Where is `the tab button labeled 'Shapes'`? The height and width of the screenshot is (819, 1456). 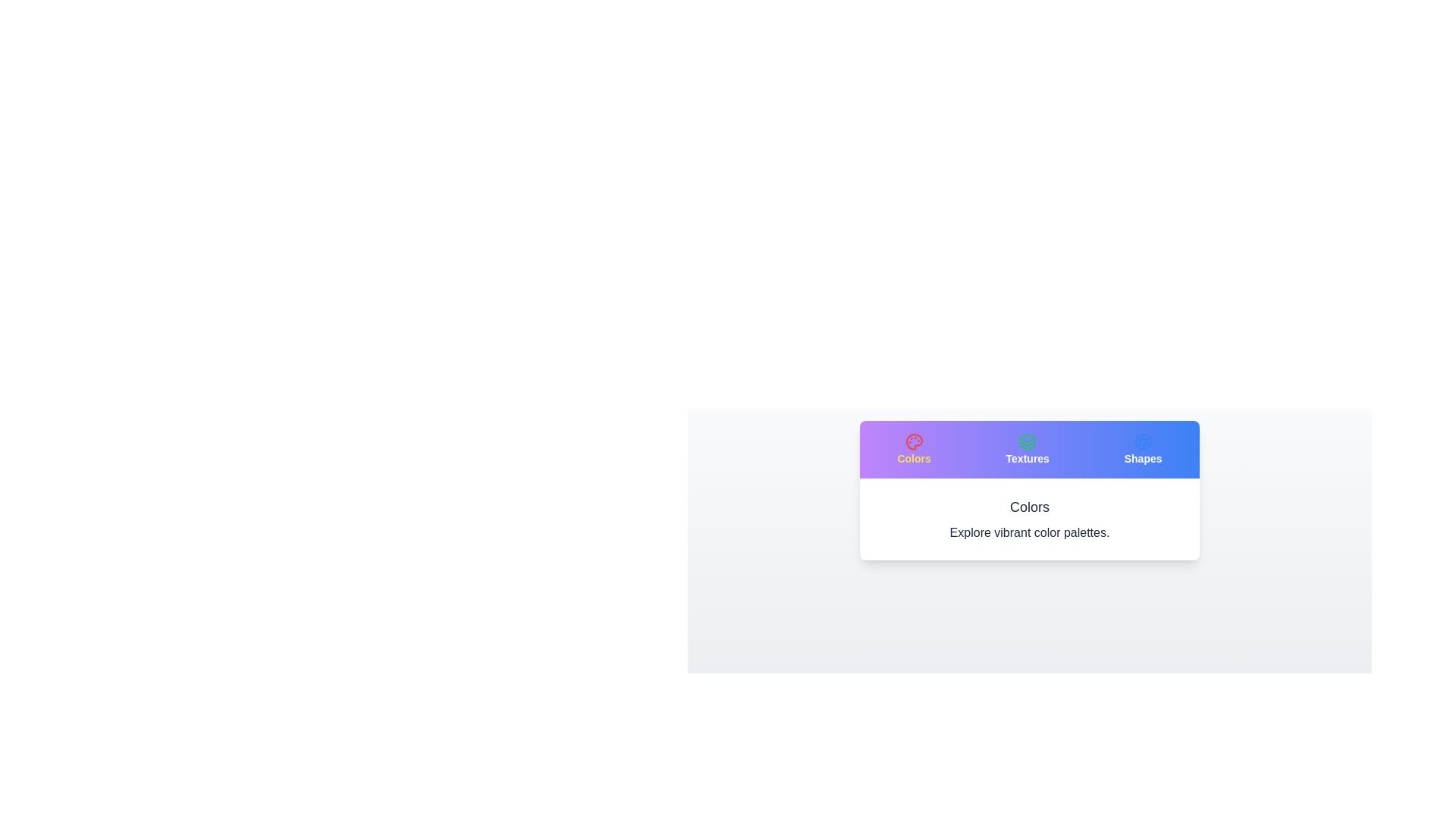
the tab button labeled 'Shapes' is located at coordinates (1143, 449).